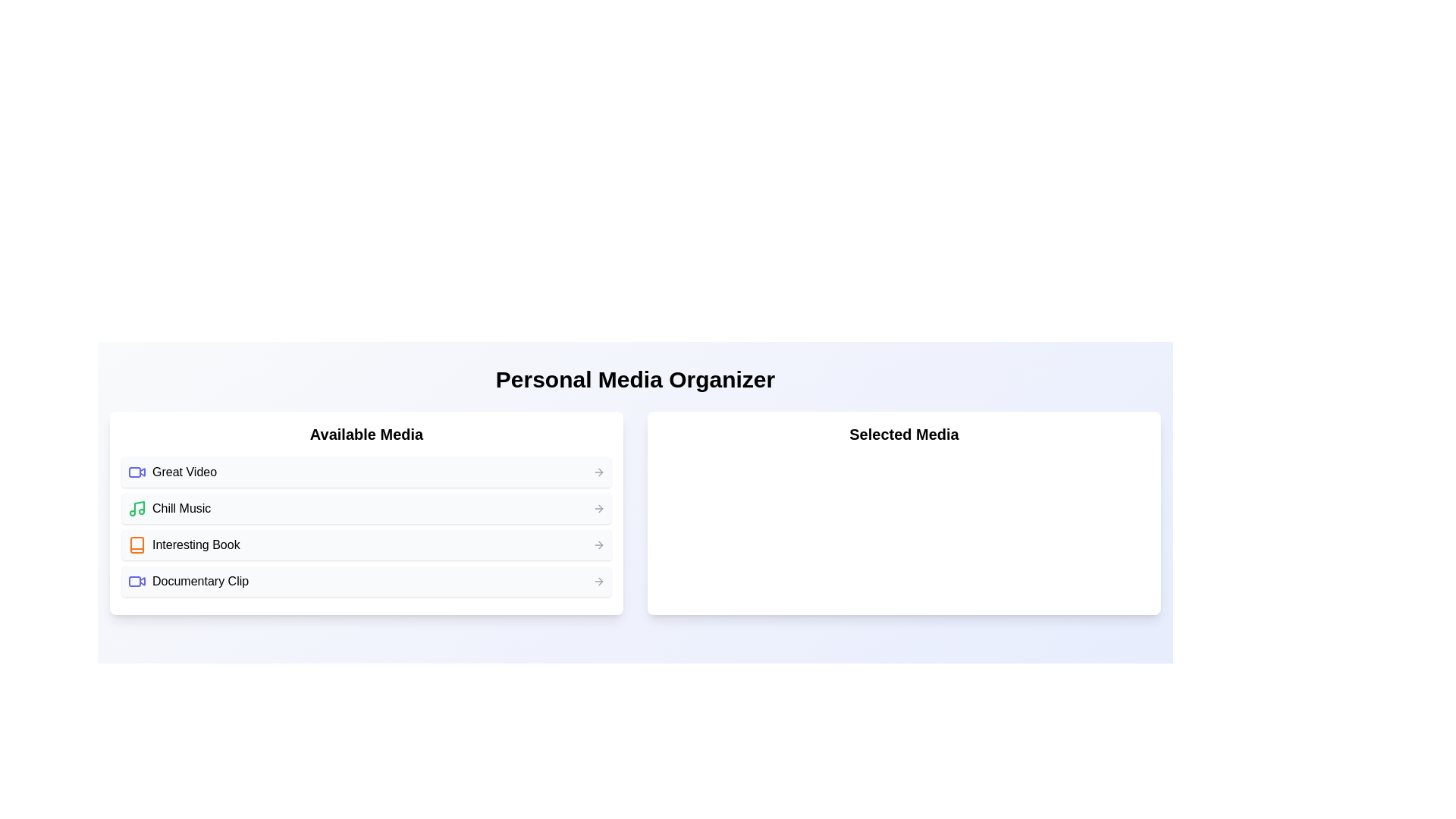 The image size is (1456, 819). What do you see at coordinates (600, 581) in the screenshot?
I see `the arrow SVG component located at the rightmost position of the last item in the 'Available Media' list, adjacent to the text 'Documentary Clip'` at bounding box center [600, 581].